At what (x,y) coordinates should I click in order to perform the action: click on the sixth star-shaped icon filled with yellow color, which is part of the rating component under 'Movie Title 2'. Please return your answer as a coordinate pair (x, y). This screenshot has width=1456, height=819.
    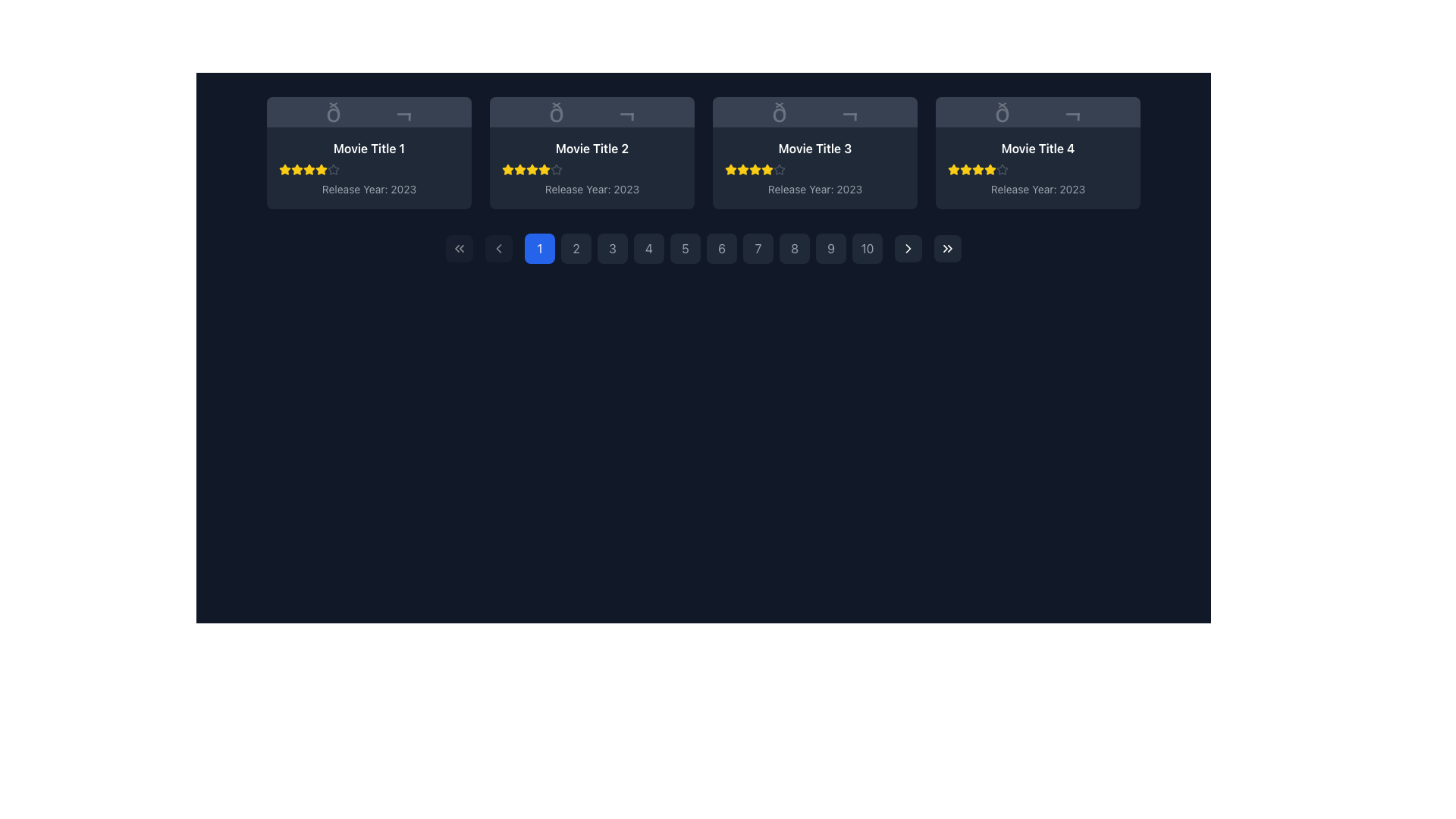
    Looking at the image, I should click on (544, 169).